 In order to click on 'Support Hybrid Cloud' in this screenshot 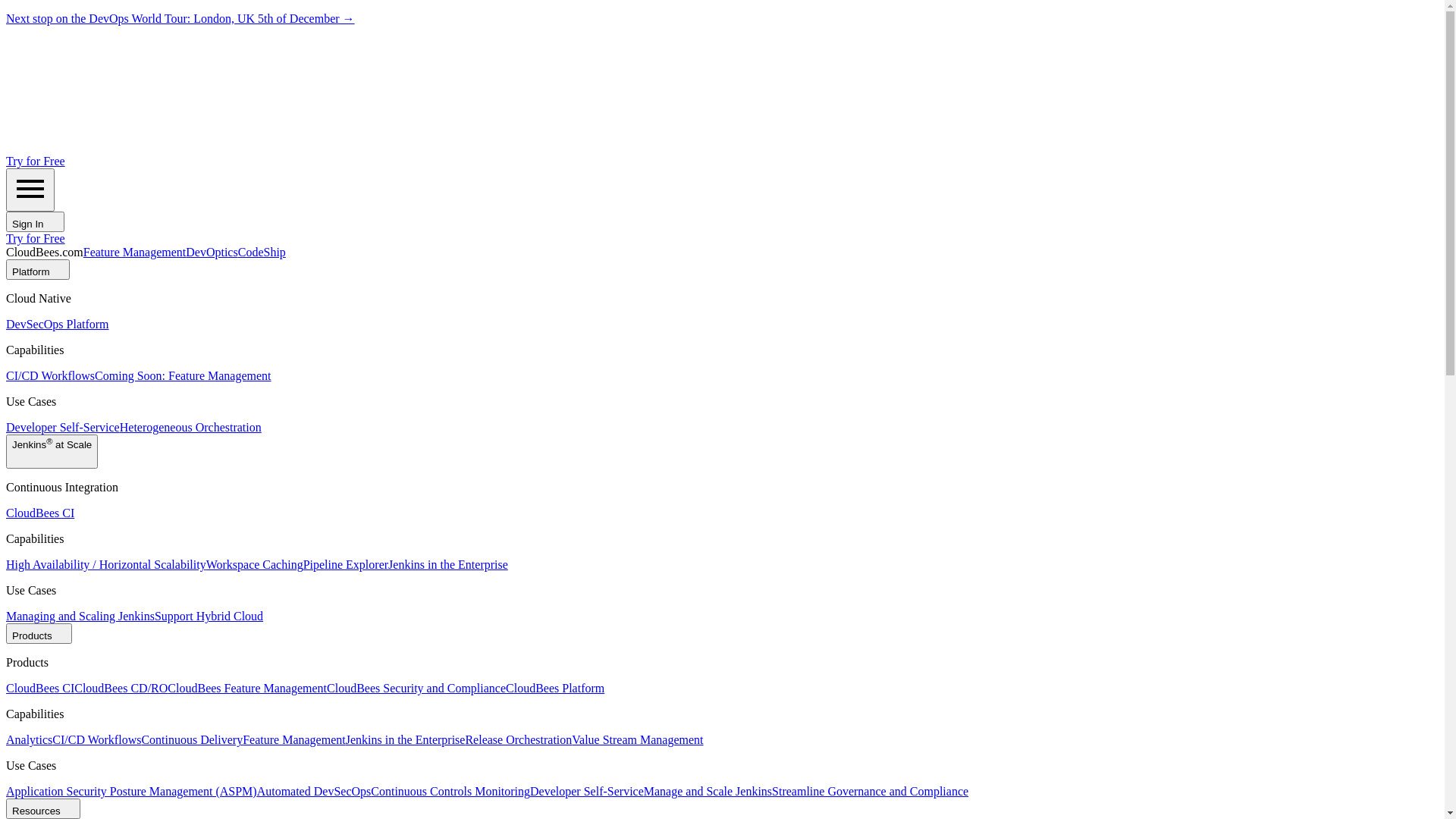, I will do `click(208, 616)`.